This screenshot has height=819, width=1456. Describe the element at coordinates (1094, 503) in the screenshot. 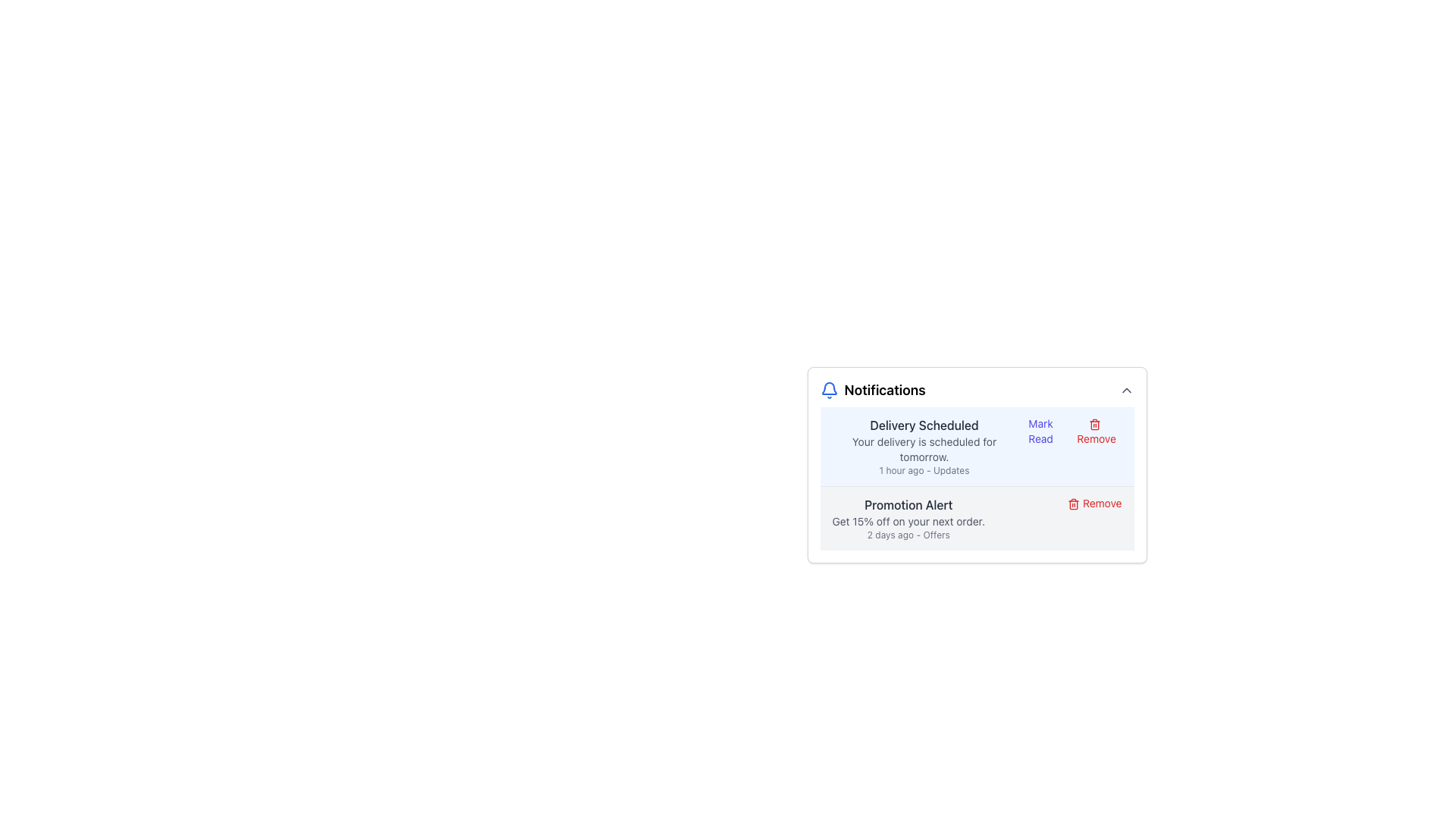

I see `the button with an icon and text combination that removes the 'Promotion Alert' notification from the list` at that location.